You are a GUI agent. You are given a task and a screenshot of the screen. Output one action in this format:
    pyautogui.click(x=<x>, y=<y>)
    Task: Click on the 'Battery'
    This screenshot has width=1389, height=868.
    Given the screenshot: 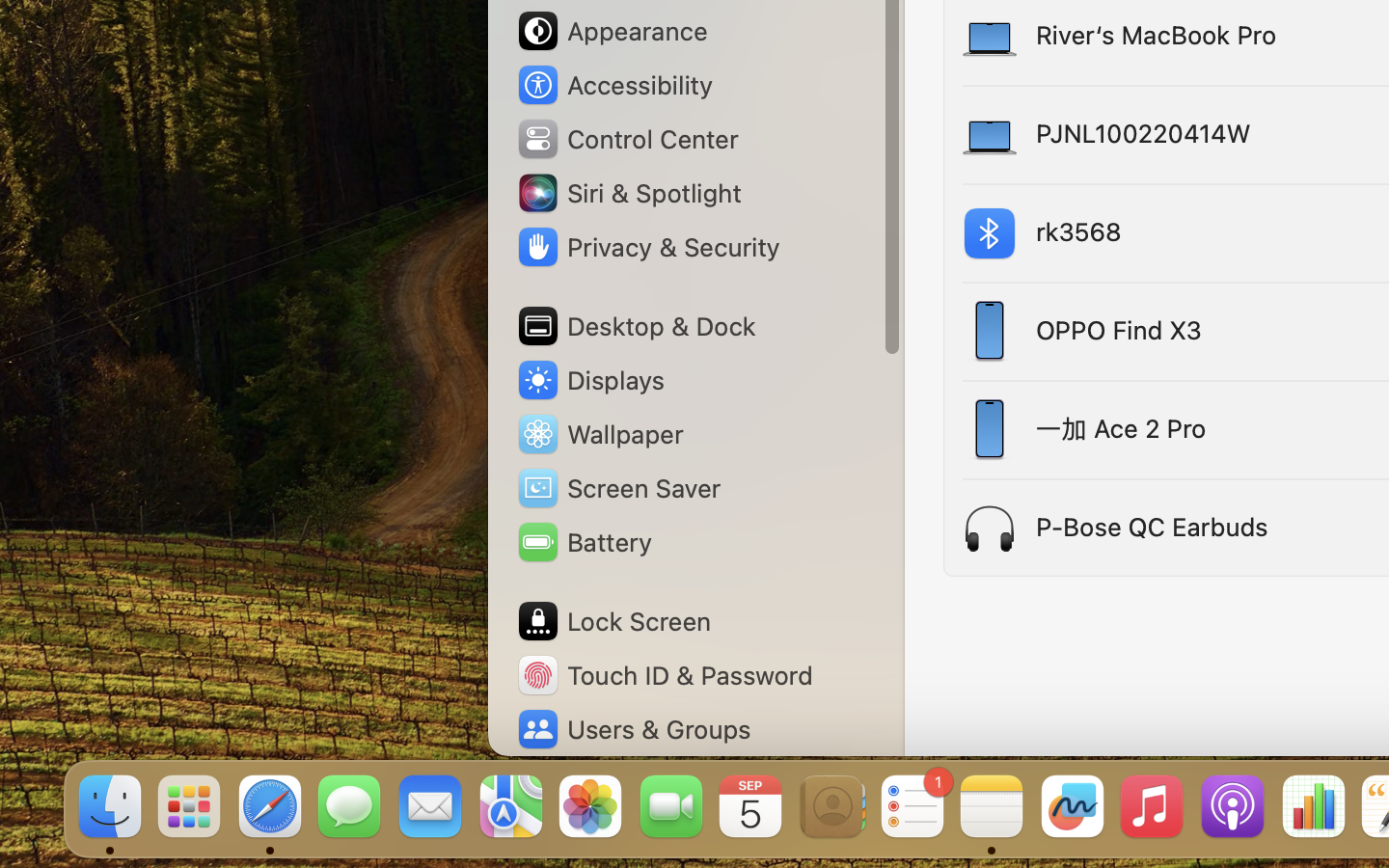 What is the action you would take?
    pyautogui.click(x=582, y=540)
    